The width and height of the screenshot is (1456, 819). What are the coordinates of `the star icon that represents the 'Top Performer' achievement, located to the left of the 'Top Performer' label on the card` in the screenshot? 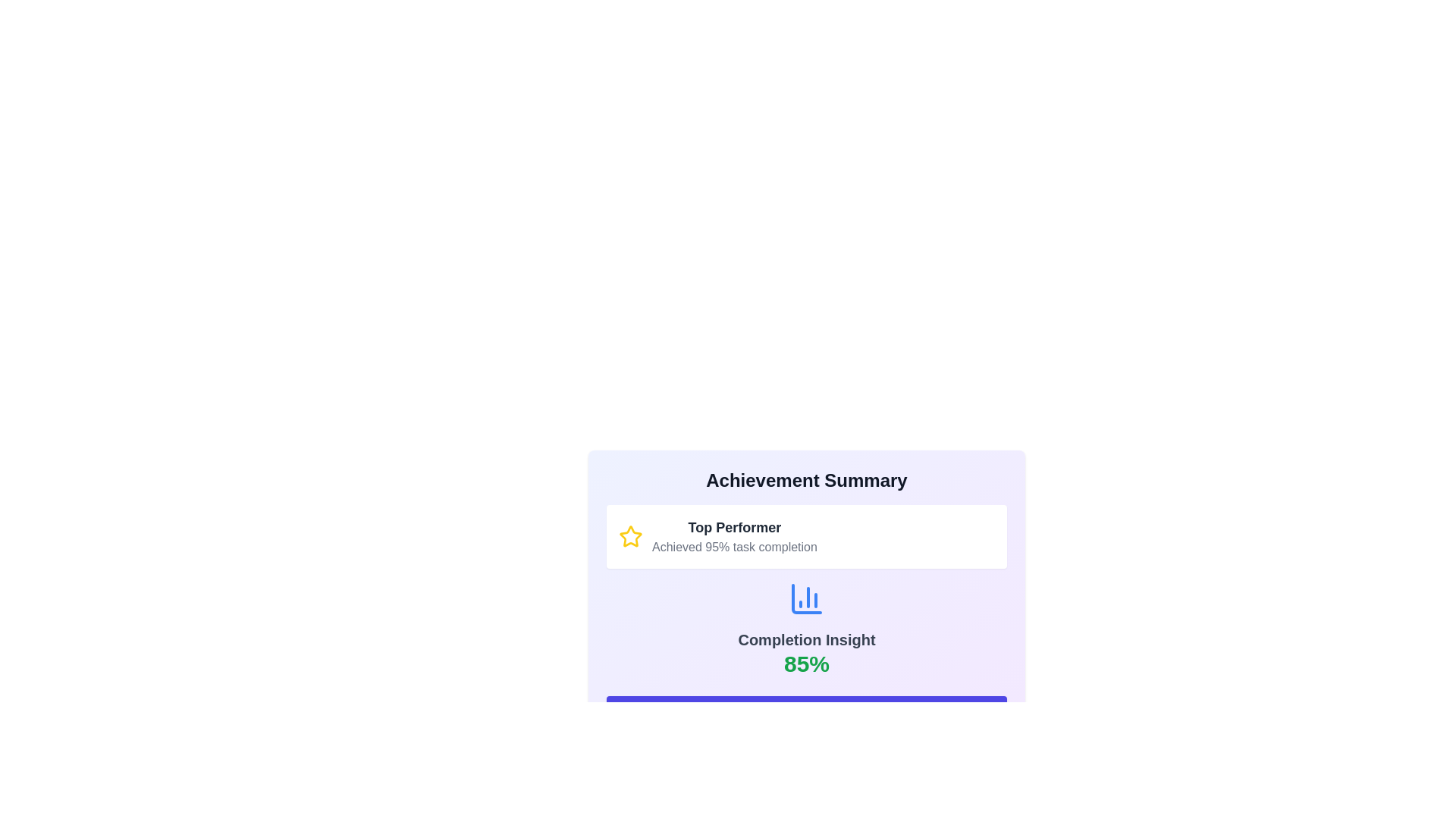 It's located at (630, 535).